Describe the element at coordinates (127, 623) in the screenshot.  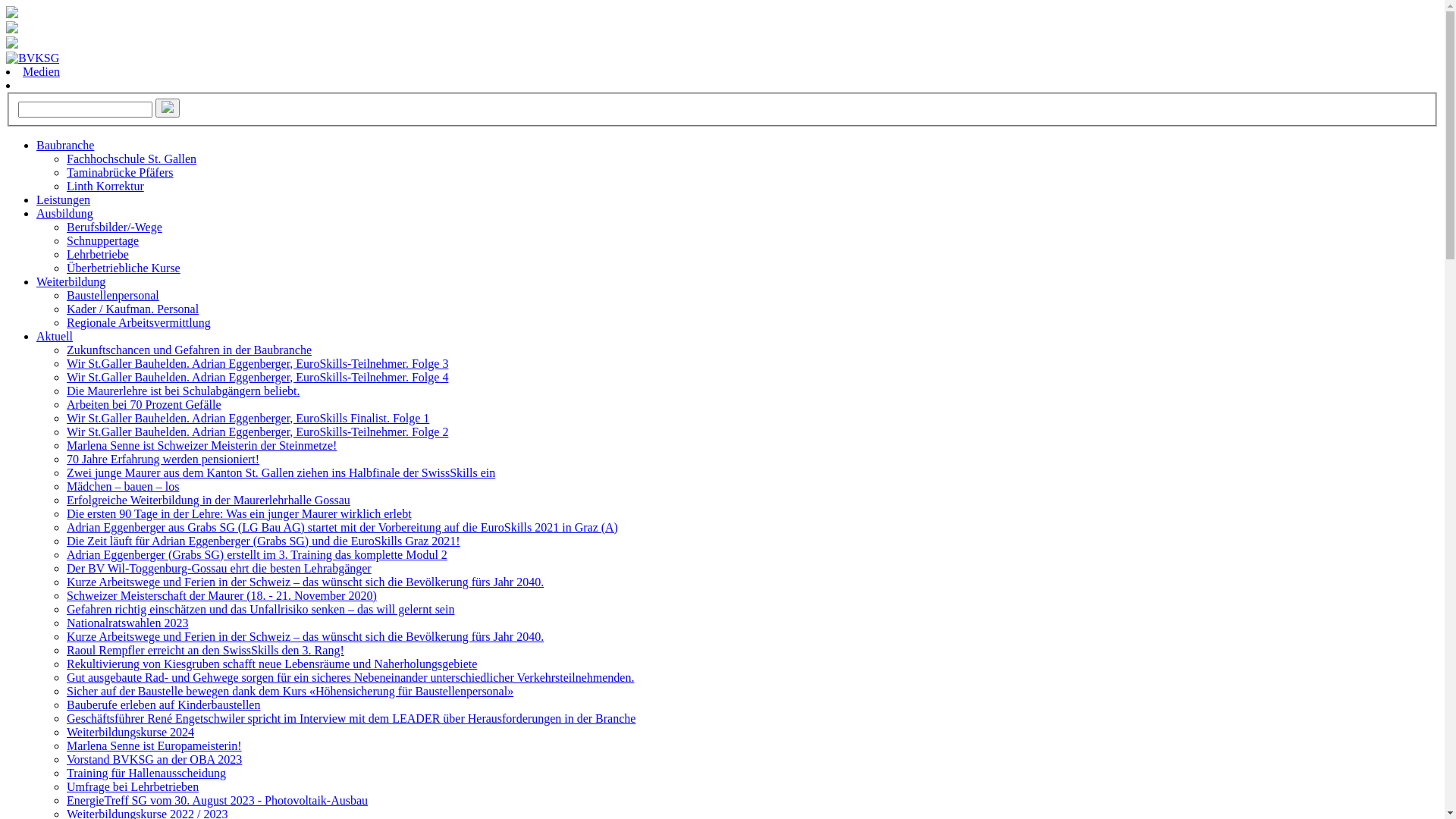
I see `'Nationalratswahlen 2023'` at that location.